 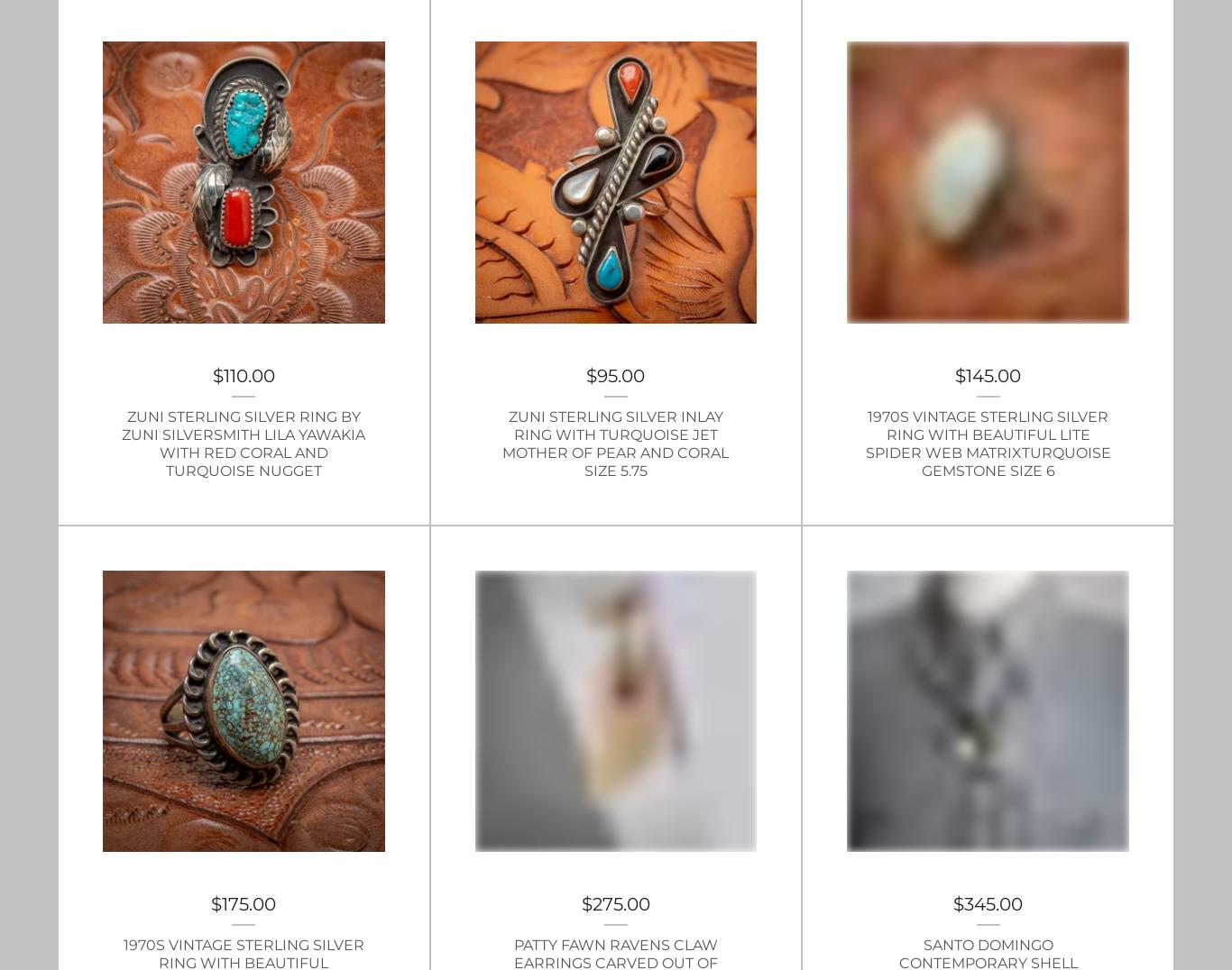 I want to click on '1970s Vintage Sterling Silver Ring with beautiful lite Spider Web MatrixTurquoise gemstone  size 6', so click(x=986, y=442).